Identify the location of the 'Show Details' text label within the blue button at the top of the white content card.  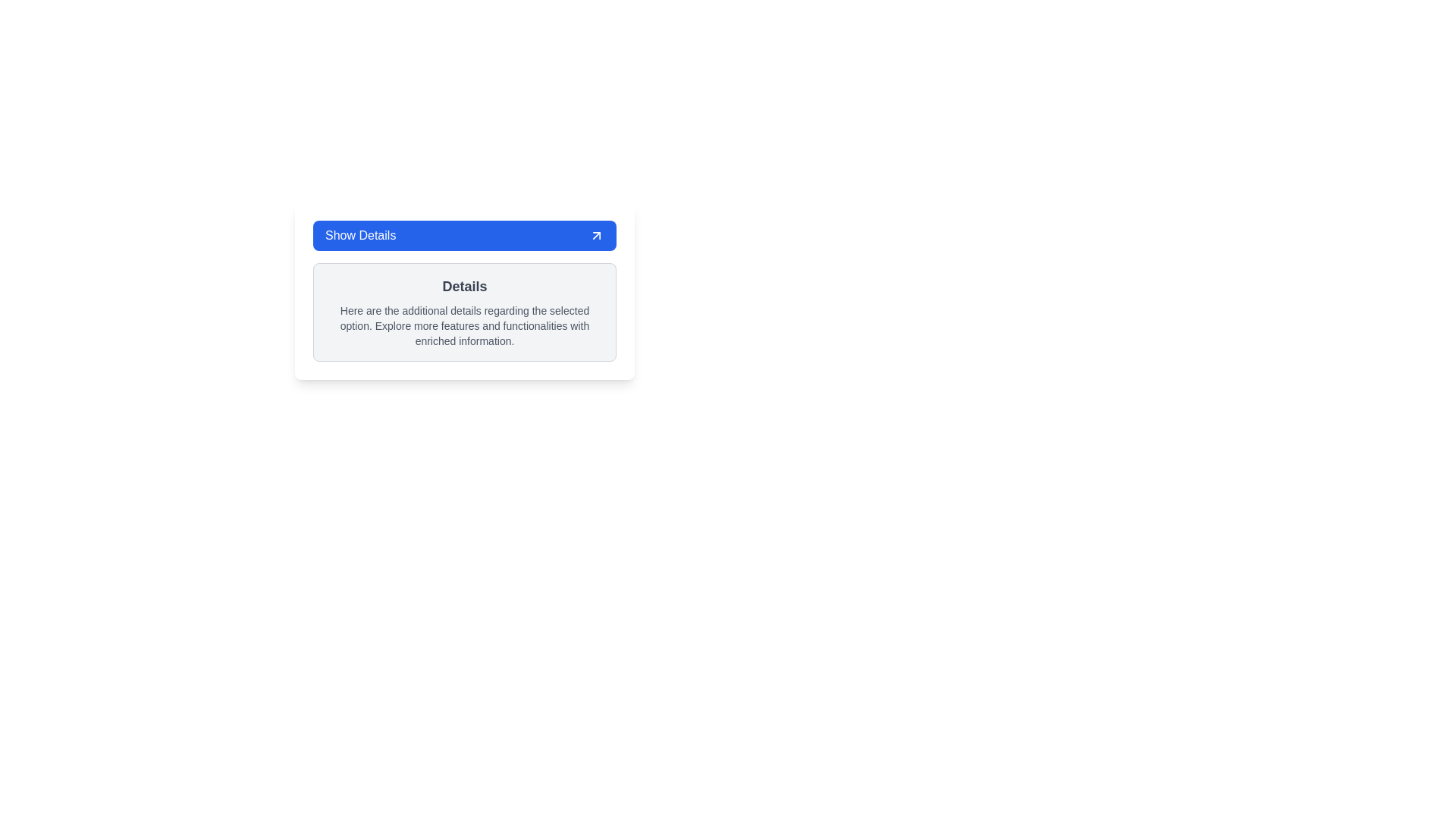
(359, 236).